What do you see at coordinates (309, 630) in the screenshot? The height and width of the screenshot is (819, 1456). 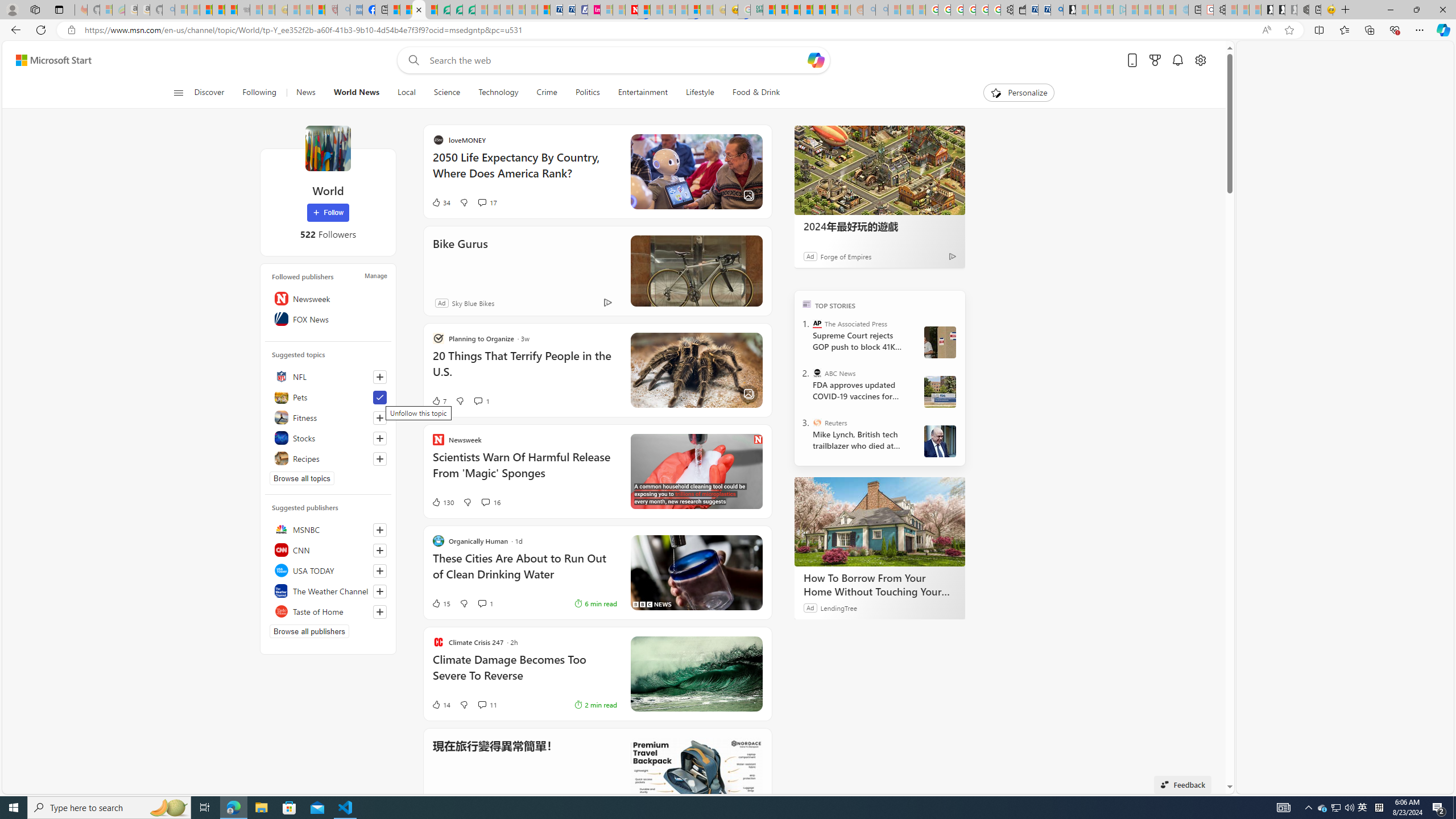 I see `'Browse all publishers'` at bounding box center [309, 630].